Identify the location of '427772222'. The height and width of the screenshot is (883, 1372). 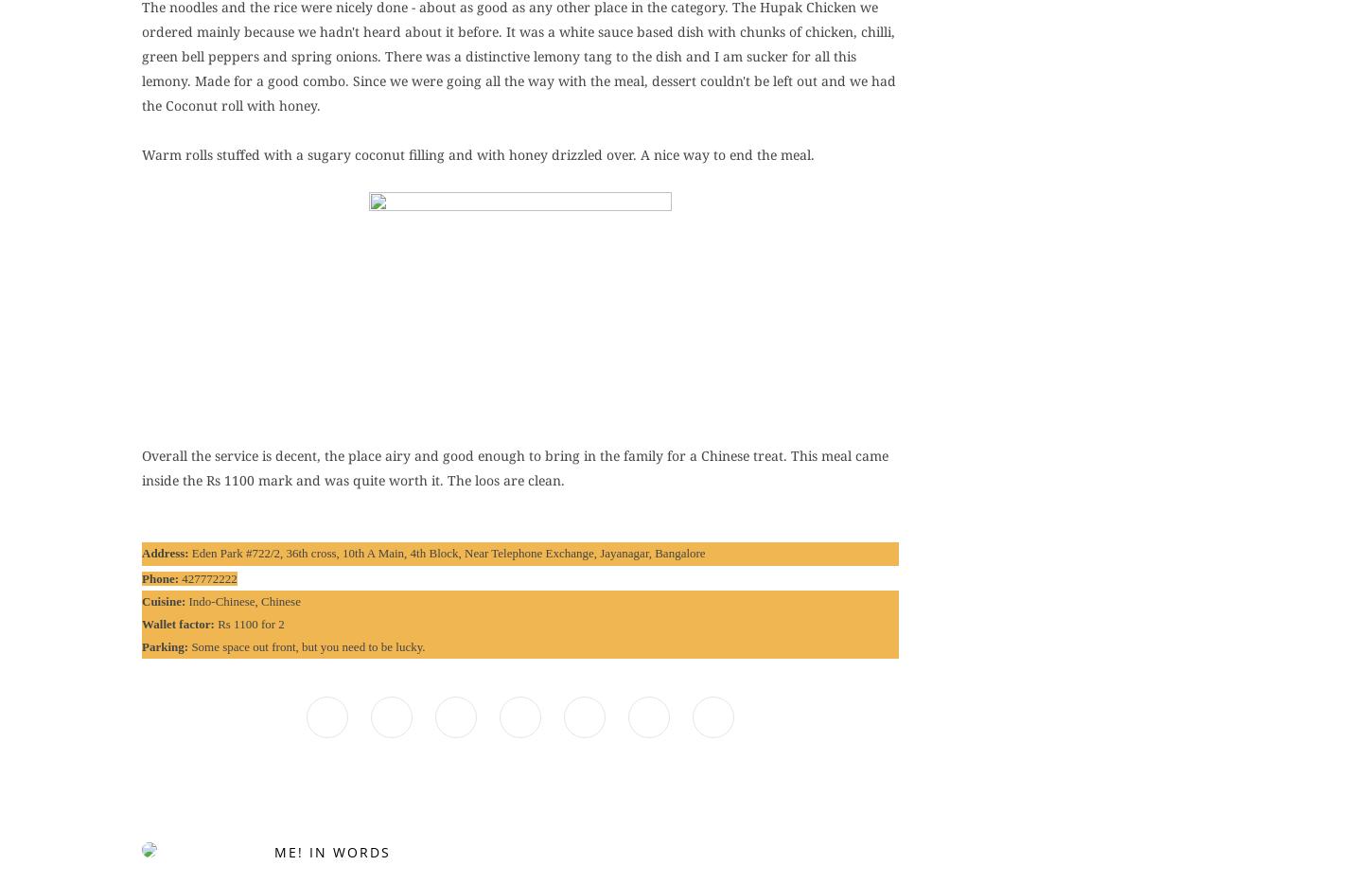
(207, 577).